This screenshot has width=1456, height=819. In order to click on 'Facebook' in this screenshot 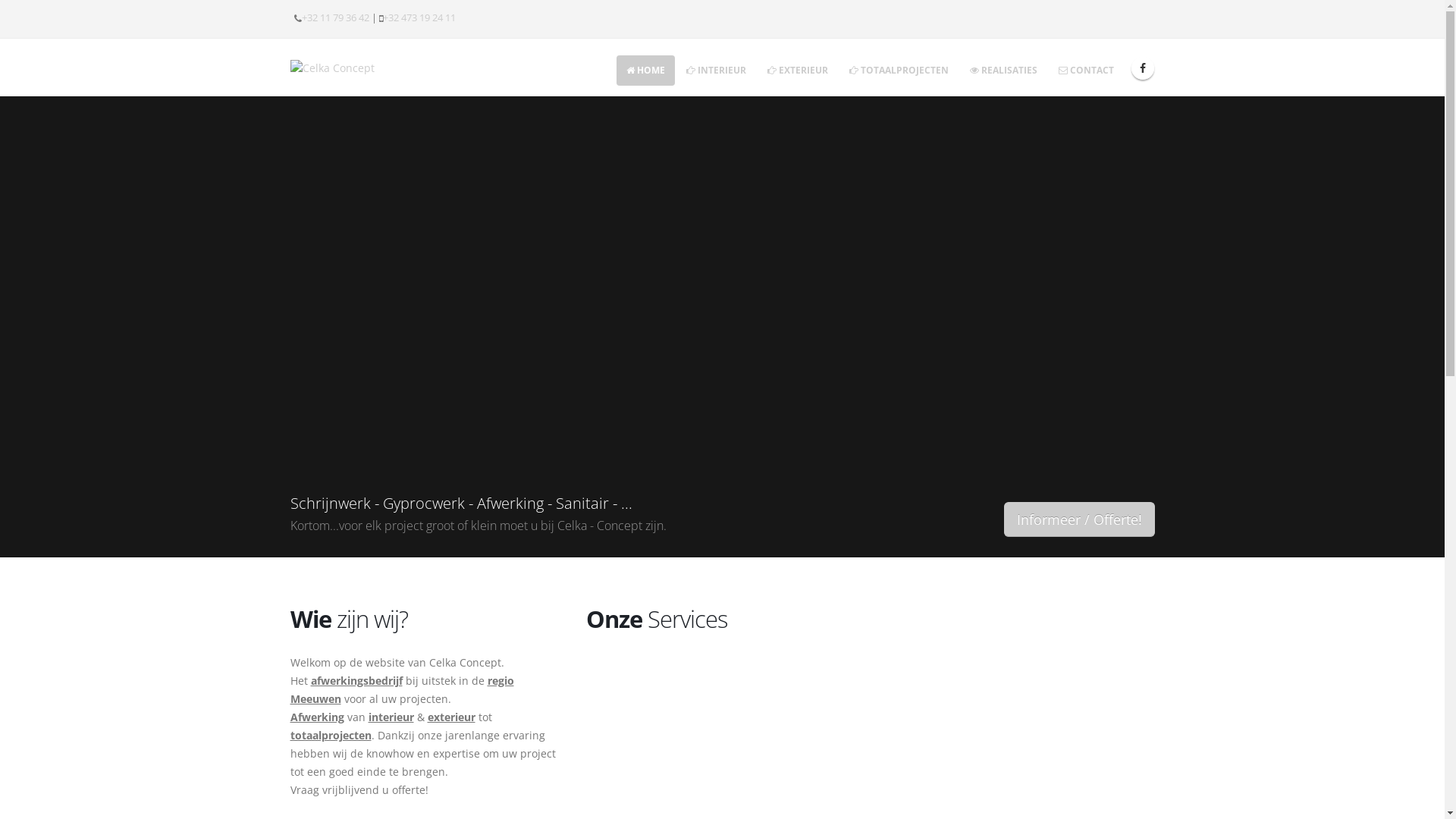, I will do `click(1143, 67)`.